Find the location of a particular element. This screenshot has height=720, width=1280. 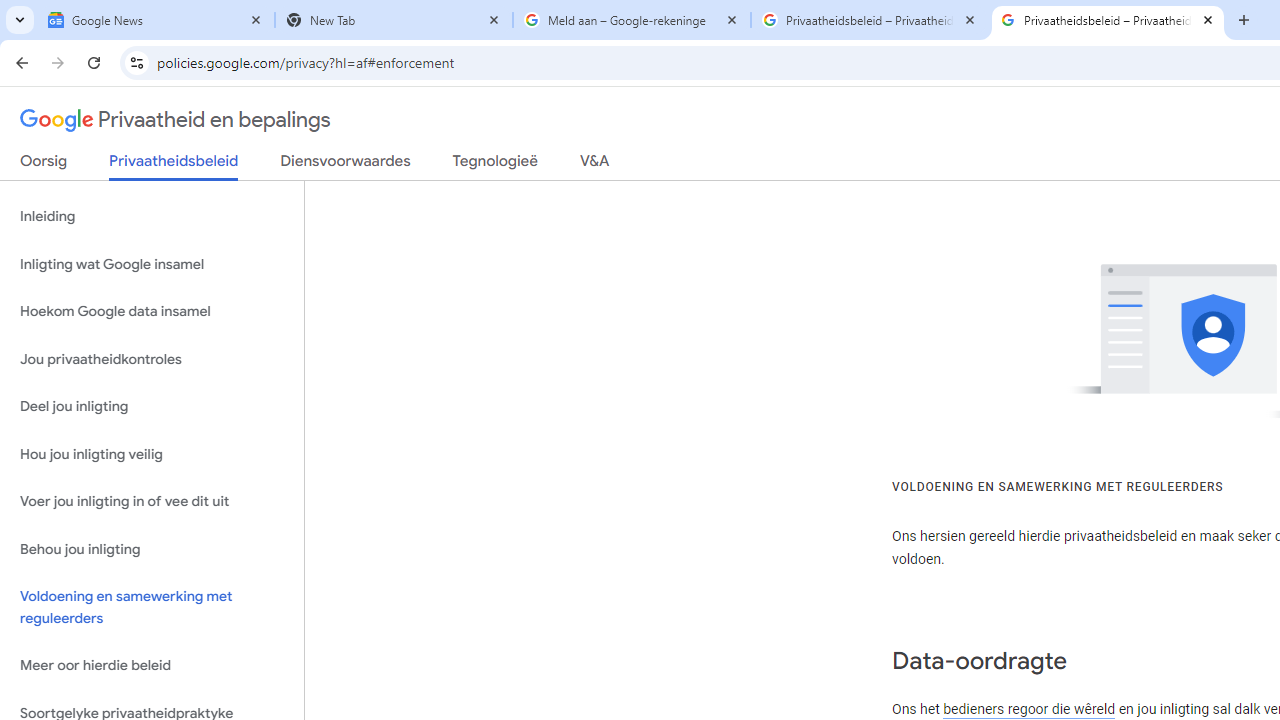

'Meer oor hierdie beleid' is located at coordinates (151, 666).